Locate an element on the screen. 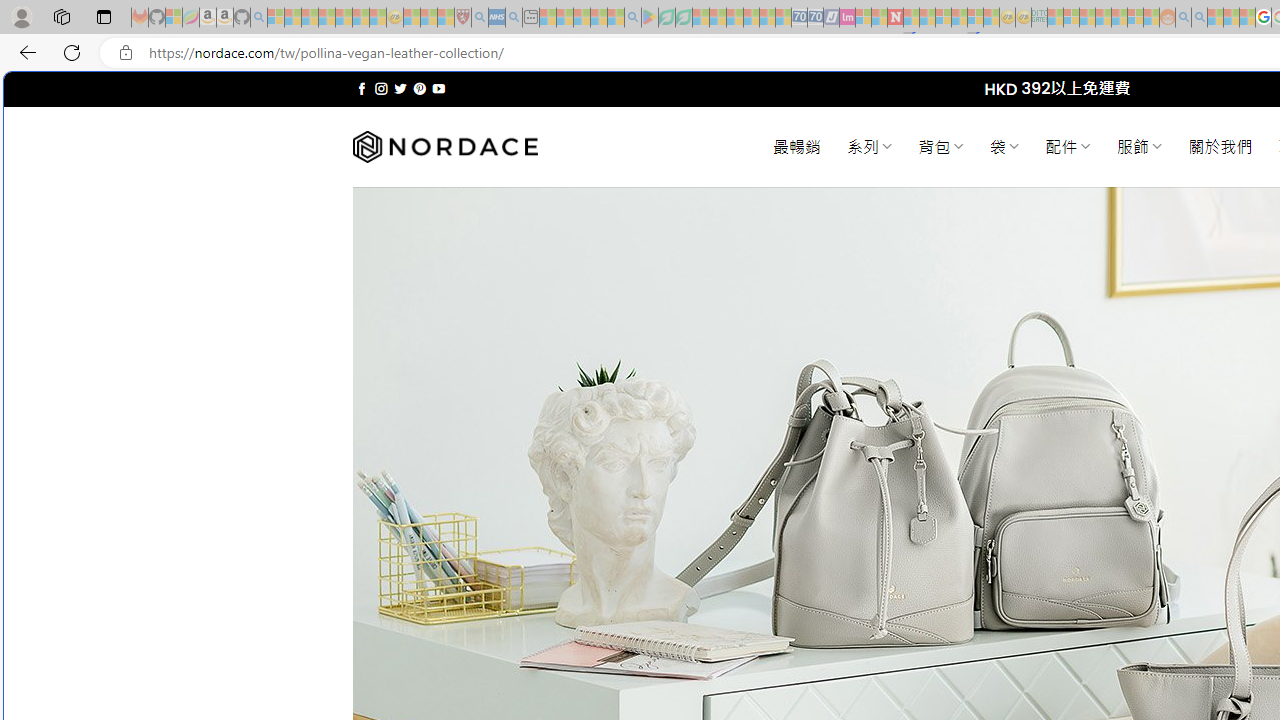 The width and height of the screenshot is (1280, 720). 'Jobs - lastminute.com Investor Portal - Sleeping' is located at coordinates (847, 17).